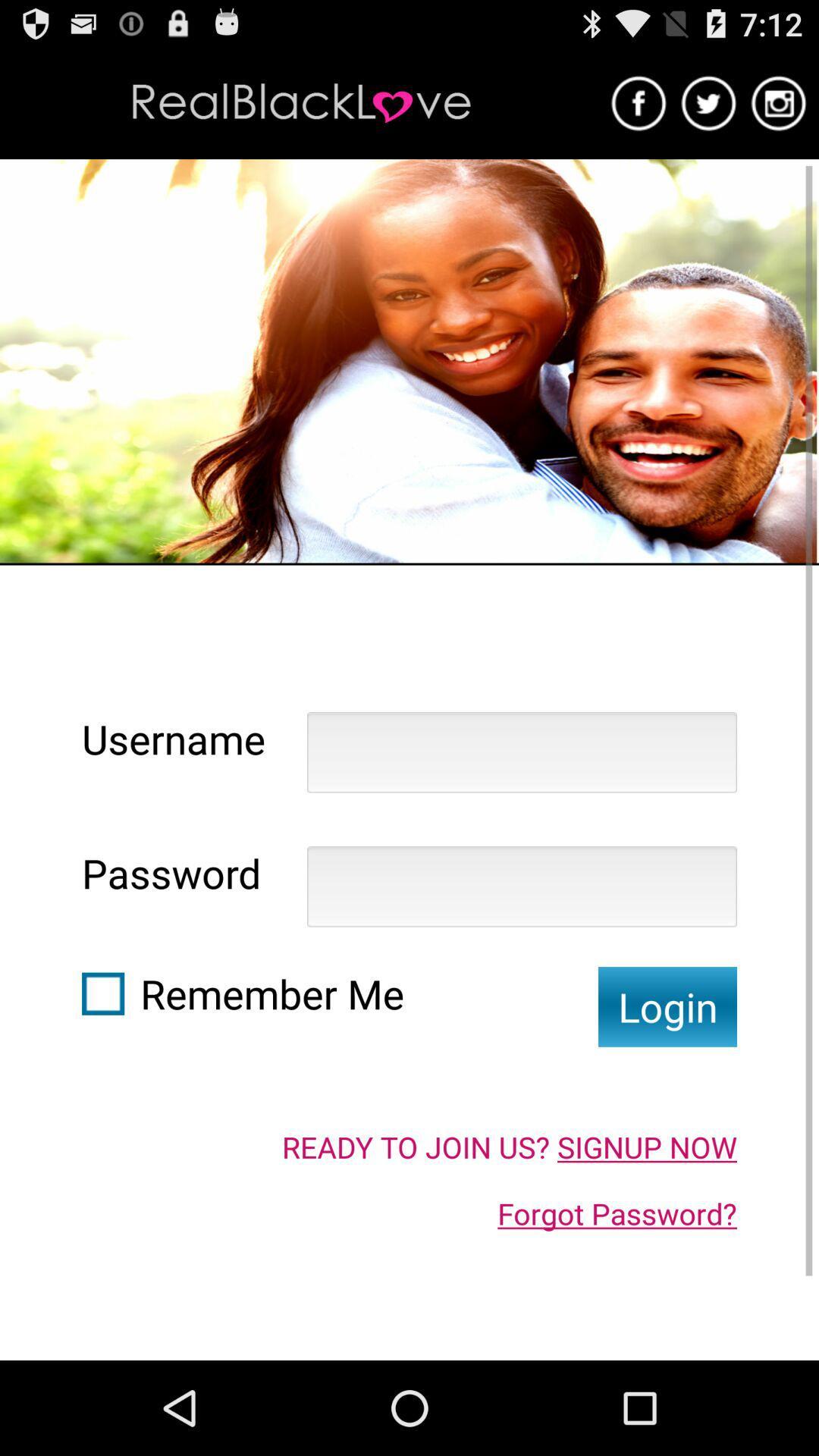 The height and width of the screenshot is (1456, 819). Describe the element at coordinates (509, 1147) in the screenshot. I see `the app above the forgot password? app` at that location.